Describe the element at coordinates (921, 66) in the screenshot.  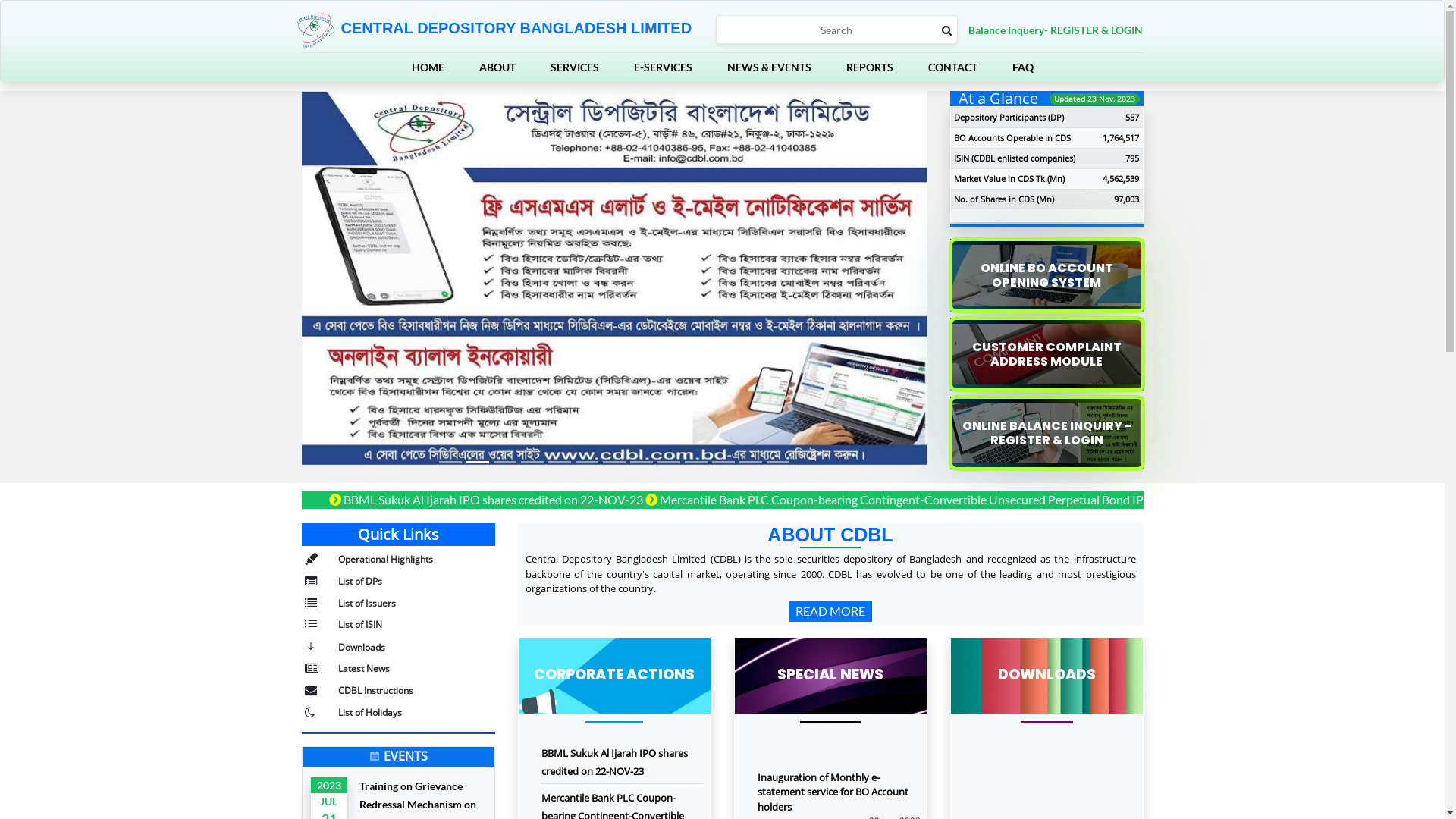
I see `'CONTACT'` at that location.